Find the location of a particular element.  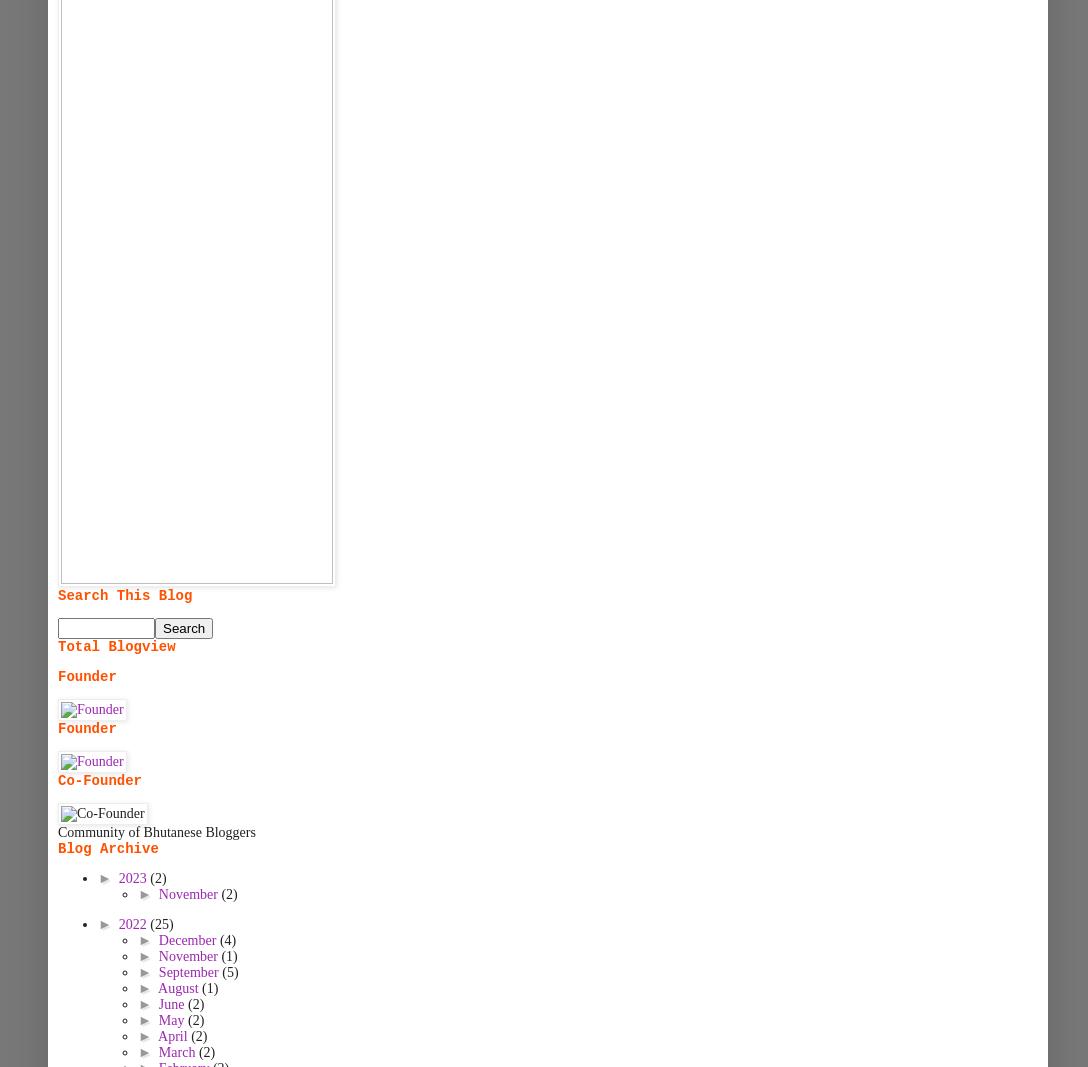

'December' is located at coordinates (187, 940).